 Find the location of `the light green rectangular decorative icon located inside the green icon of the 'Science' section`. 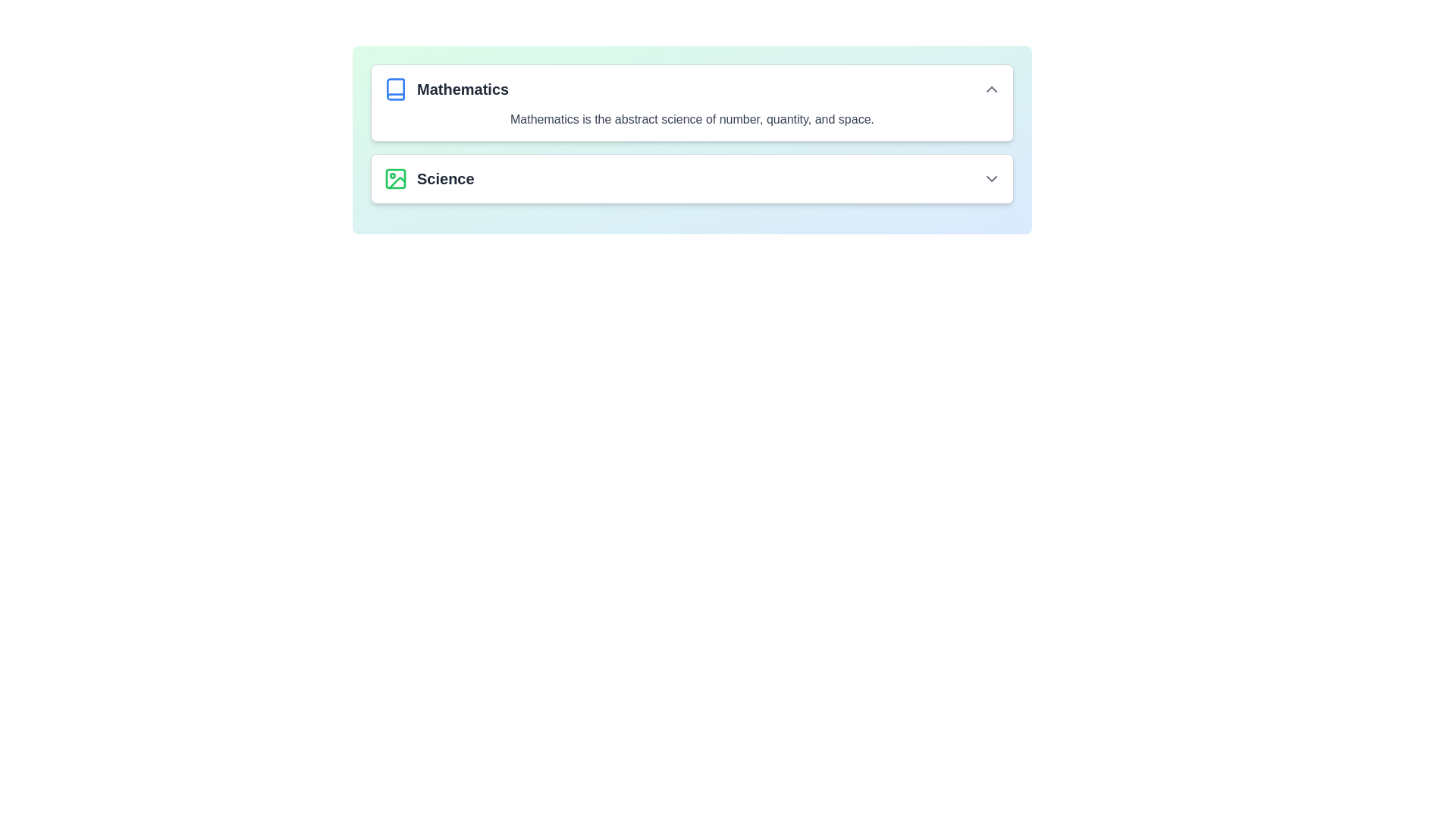

the light green rectangular decorative icon located inside the green icon of the 'Science' section is located at coordinates (396, 177).